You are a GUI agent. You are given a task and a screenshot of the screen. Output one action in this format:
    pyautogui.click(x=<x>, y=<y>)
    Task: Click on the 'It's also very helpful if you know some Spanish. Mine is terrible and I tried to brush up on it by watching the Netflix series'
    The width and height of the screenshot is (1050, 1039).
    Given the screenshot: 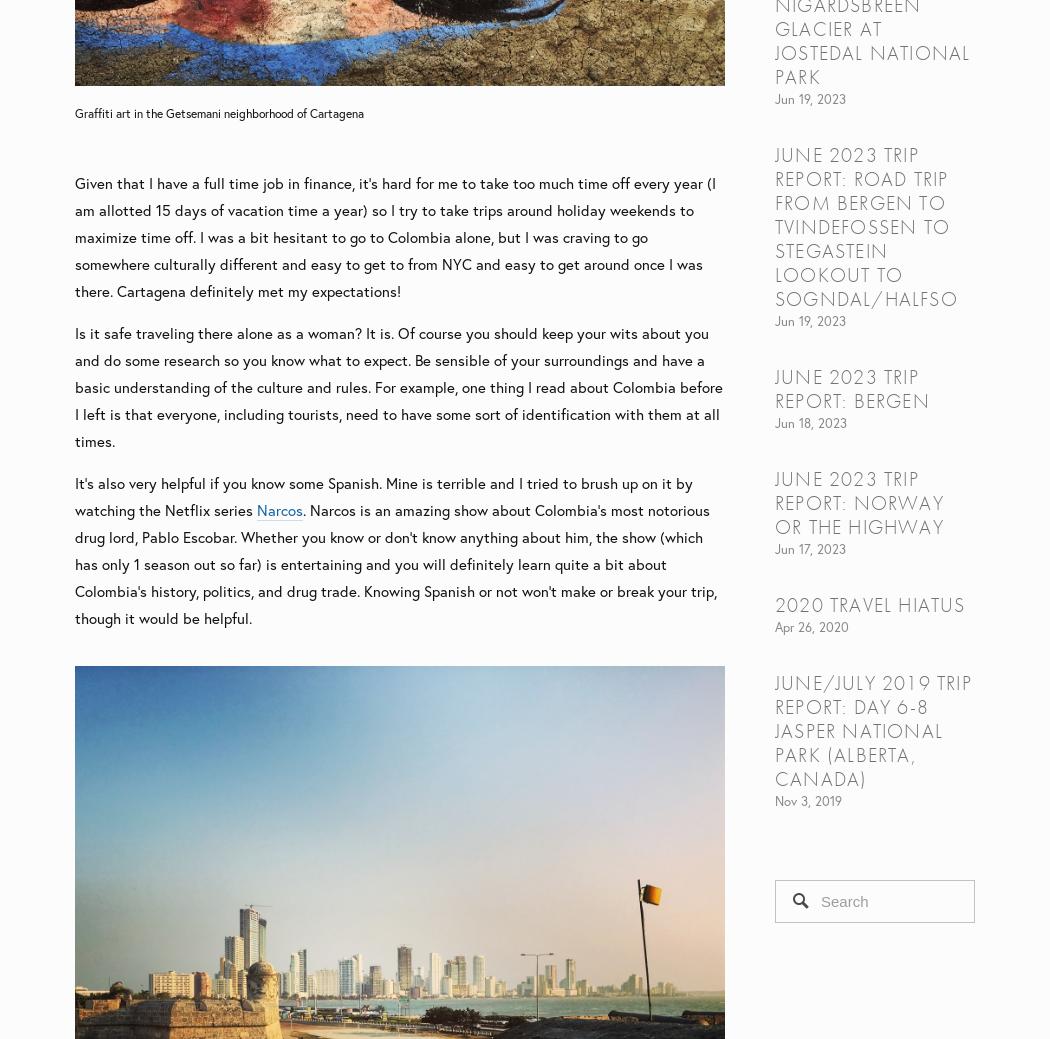 What is the action you would take?
    pyautogui.click(x=383, y=495)
    